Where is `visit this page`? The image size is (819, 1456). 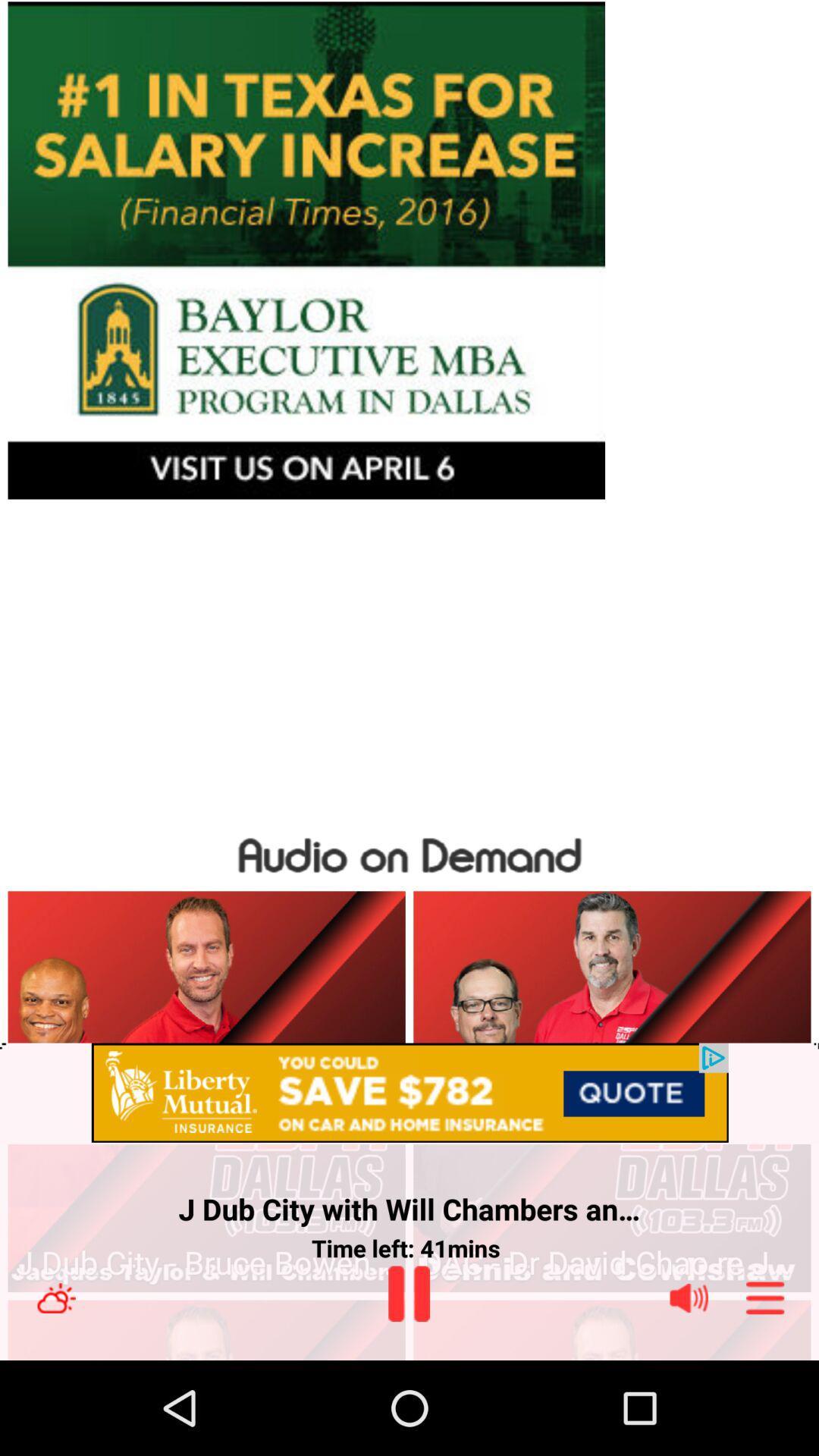 visit this page is located at coordinates (409, 250).